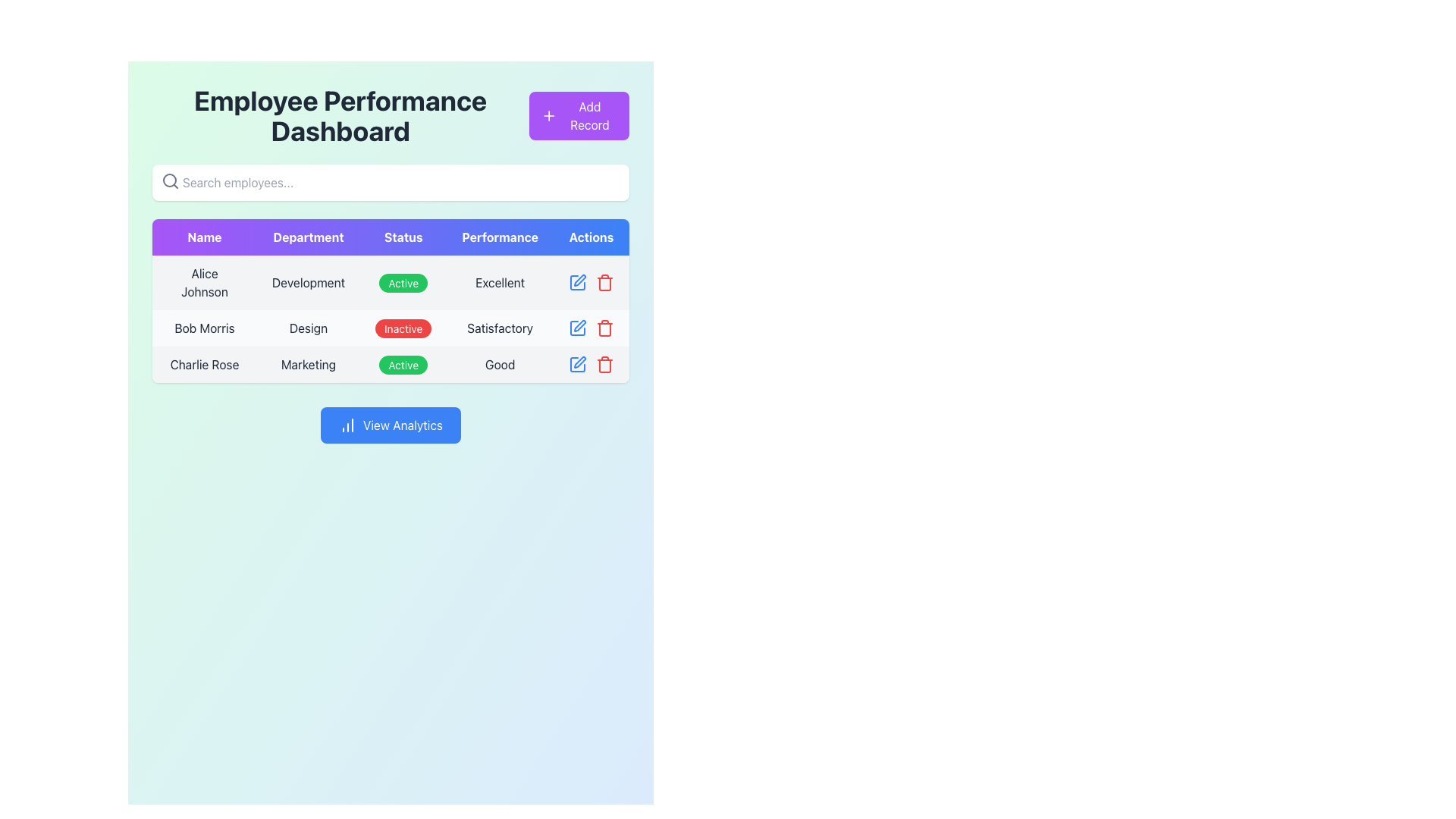 The height and width of the screenshot is (819, 1456). Describe the element at coordinates (577, 365) in the screenshot. I see `the editing button associated with the row for 'Charlie Rose'` at that location.